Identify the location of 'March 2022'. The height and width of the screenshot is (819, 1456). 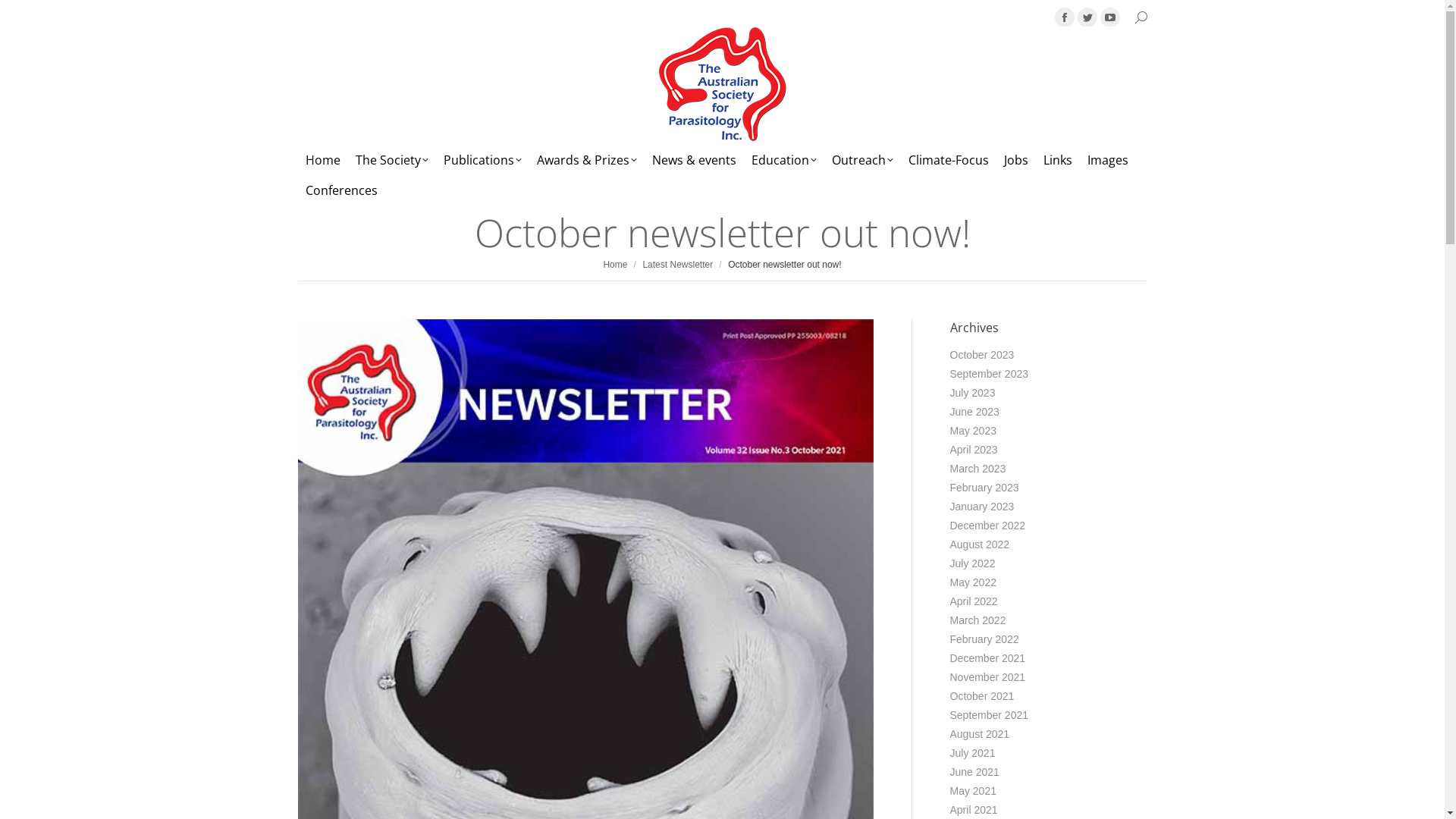
(977, 620).